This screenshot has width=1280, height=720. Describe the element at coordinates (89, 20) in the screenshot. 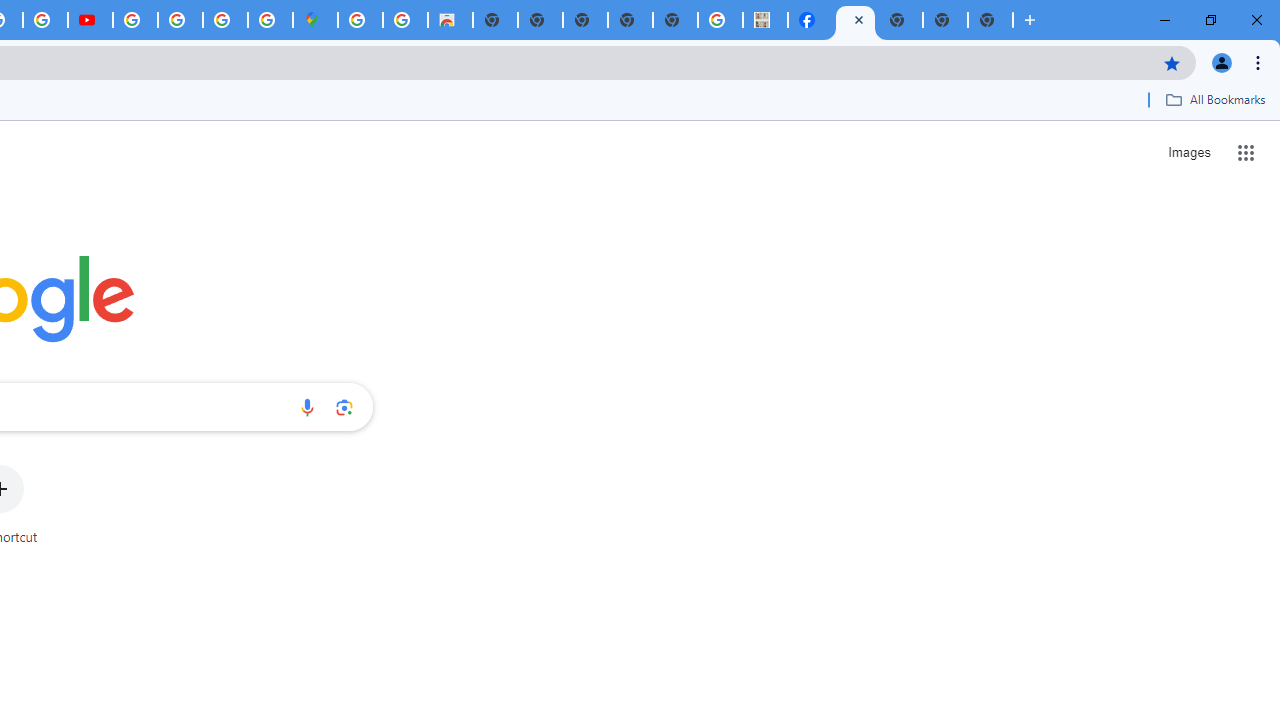

I see `'Subscriptions - YouTube'` at that location.